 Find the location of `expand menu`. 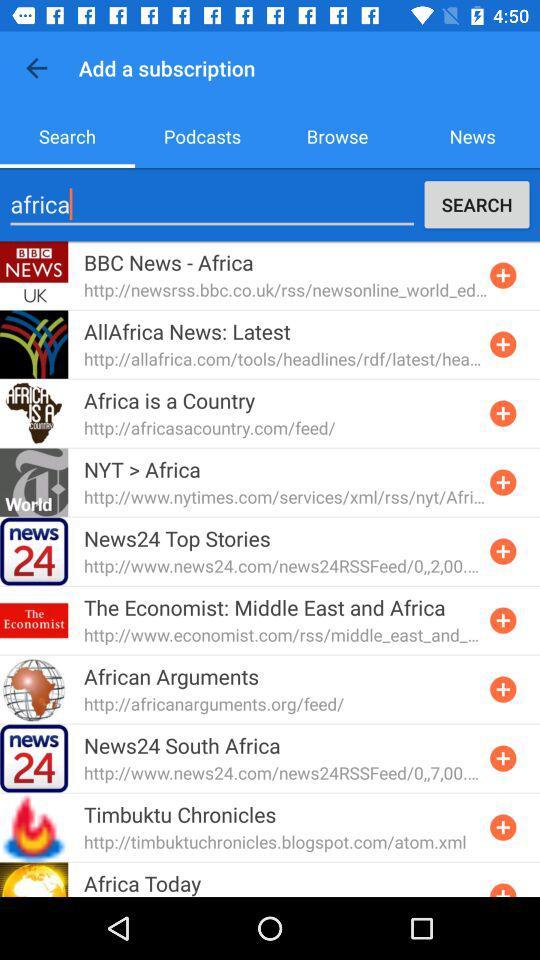

expand menu is located at coordinates (502, 887).